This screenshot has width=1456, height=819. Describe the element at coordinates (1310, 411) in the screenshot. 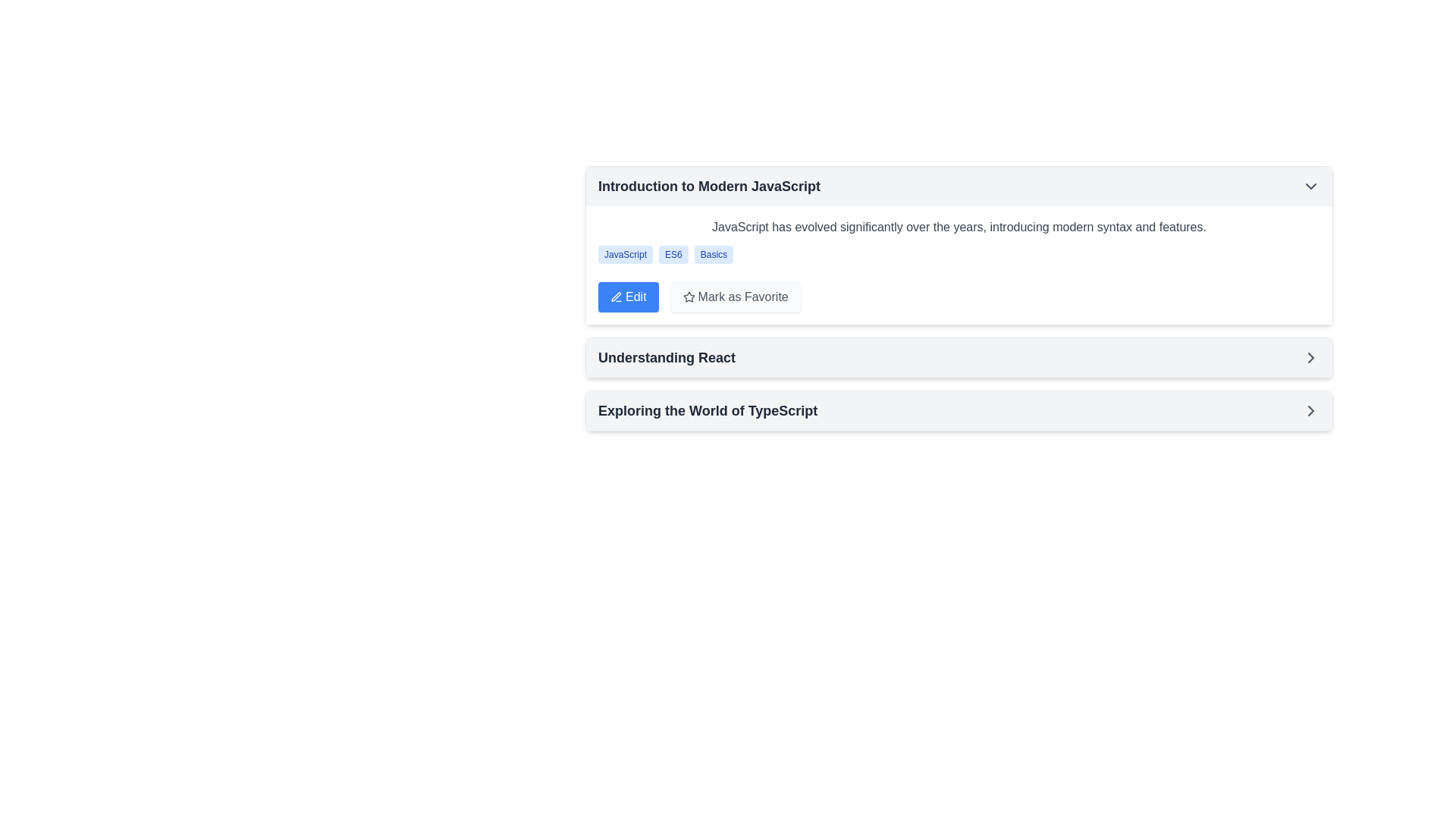

I see `the navigational icon located on the far right of the 'Exploring the World of TypeScript' section` at that location.